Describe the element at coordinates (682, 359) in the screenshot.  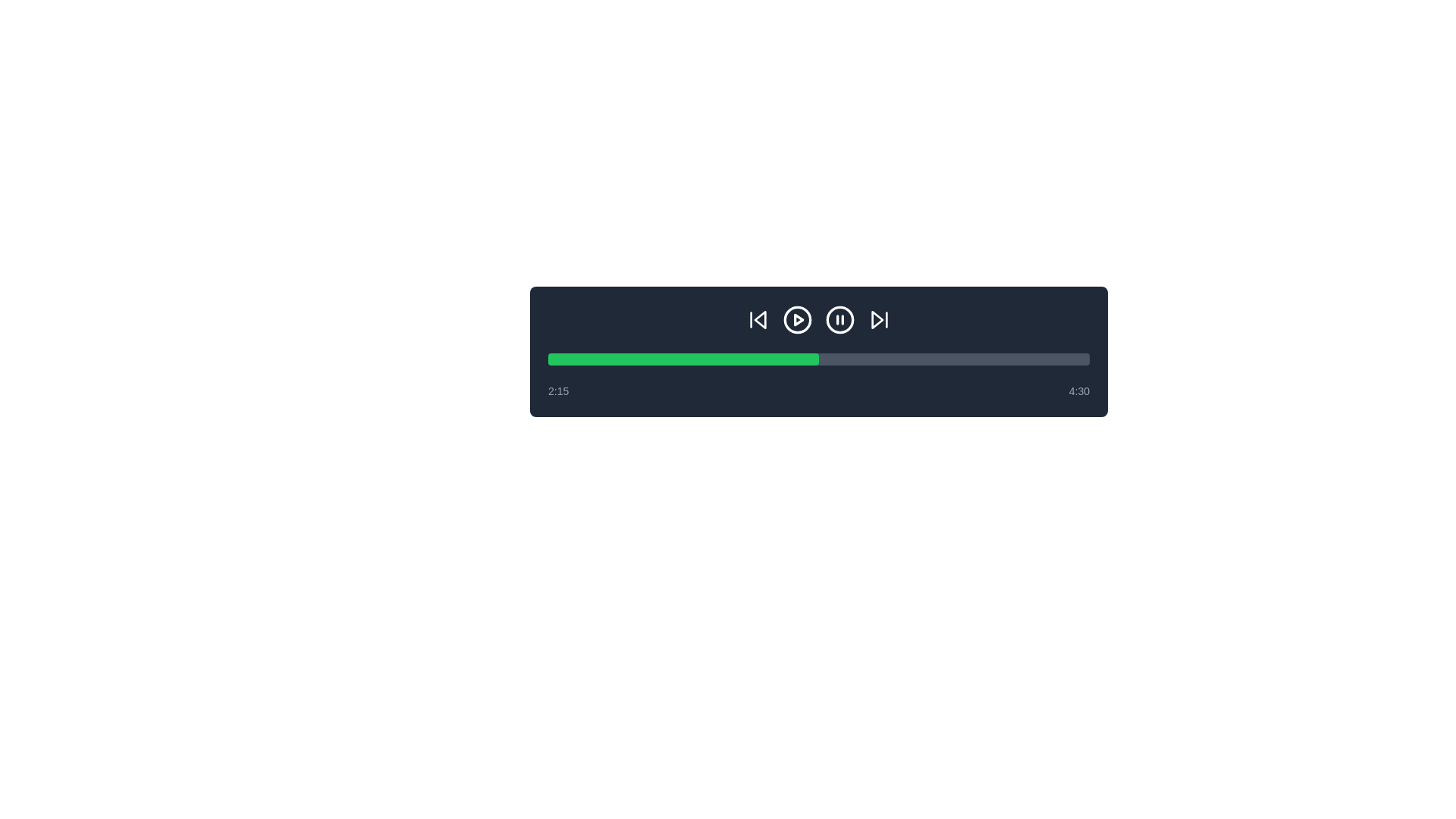
I see `the green progress bar in the bottom section of the media player interface to observe the media playback progress` at that location.